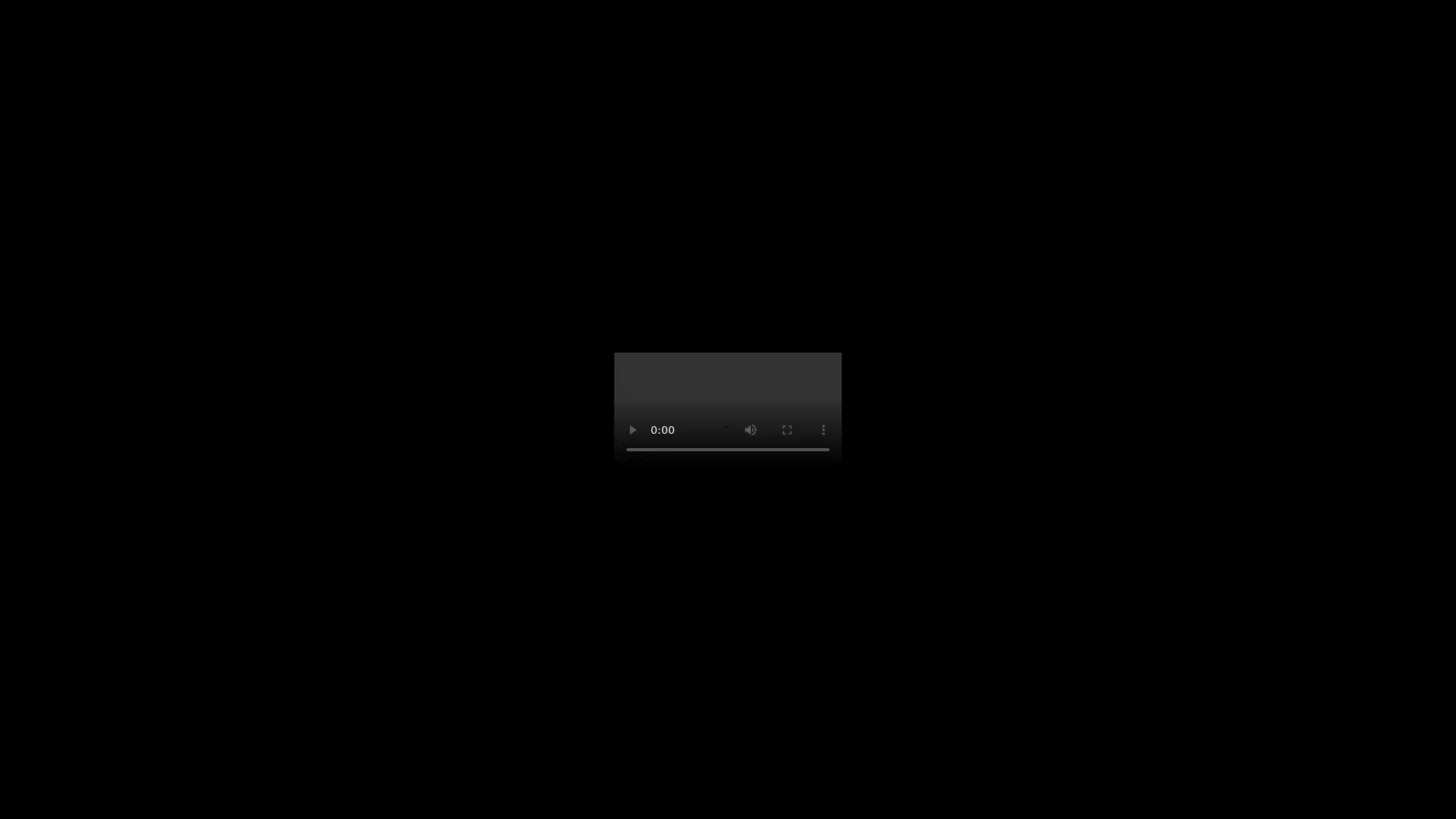 Image resolution: width=1456 pixels, height=819 pixels. Describe the element at coordinates (632, 430) in the screenshot. I see `play` at that location.